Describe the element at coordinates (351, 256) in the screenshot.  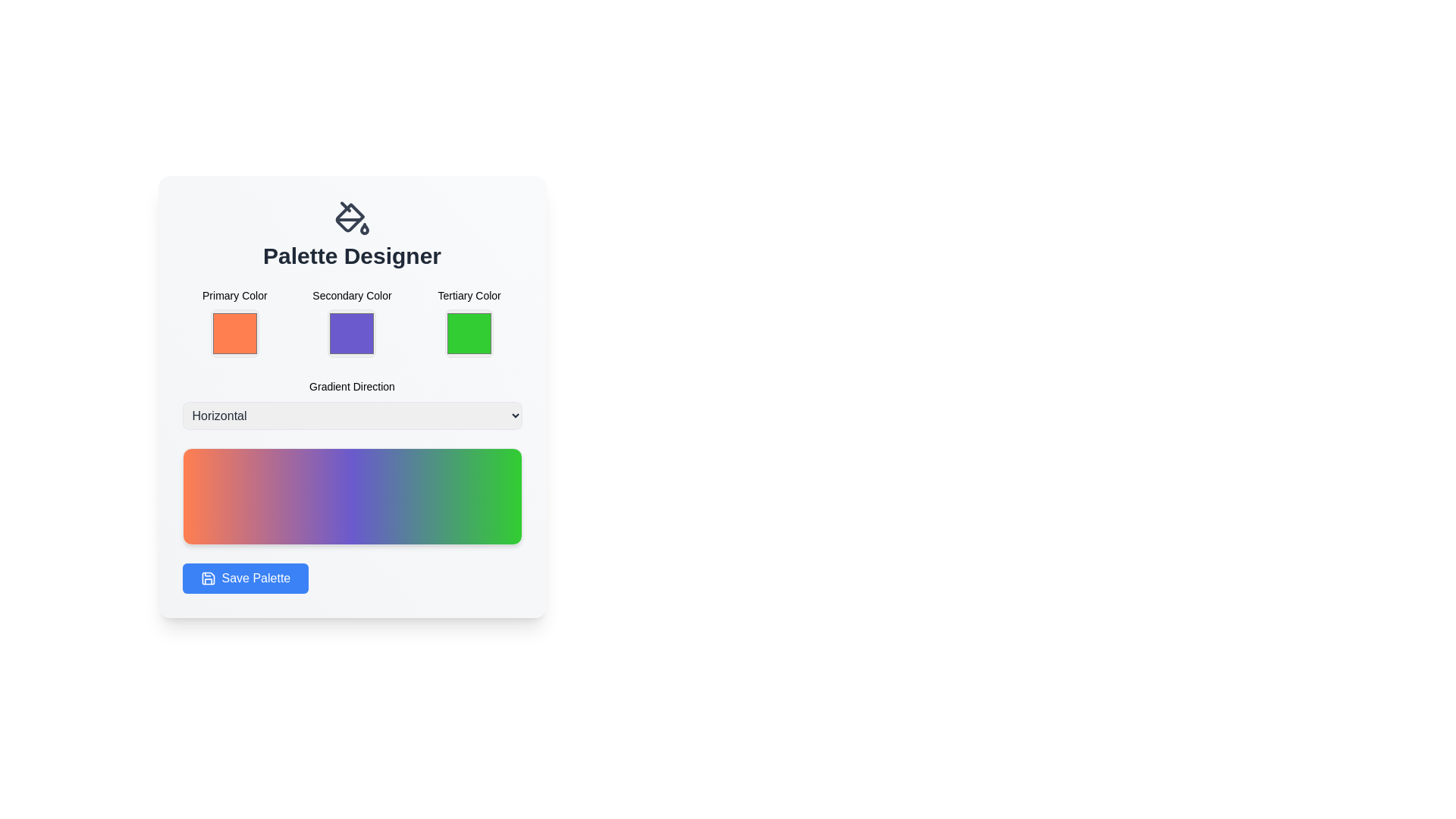
I see `static text element that serves as the title for the 'Palette Designer' interface, located below the paint bucket icon` at that location.